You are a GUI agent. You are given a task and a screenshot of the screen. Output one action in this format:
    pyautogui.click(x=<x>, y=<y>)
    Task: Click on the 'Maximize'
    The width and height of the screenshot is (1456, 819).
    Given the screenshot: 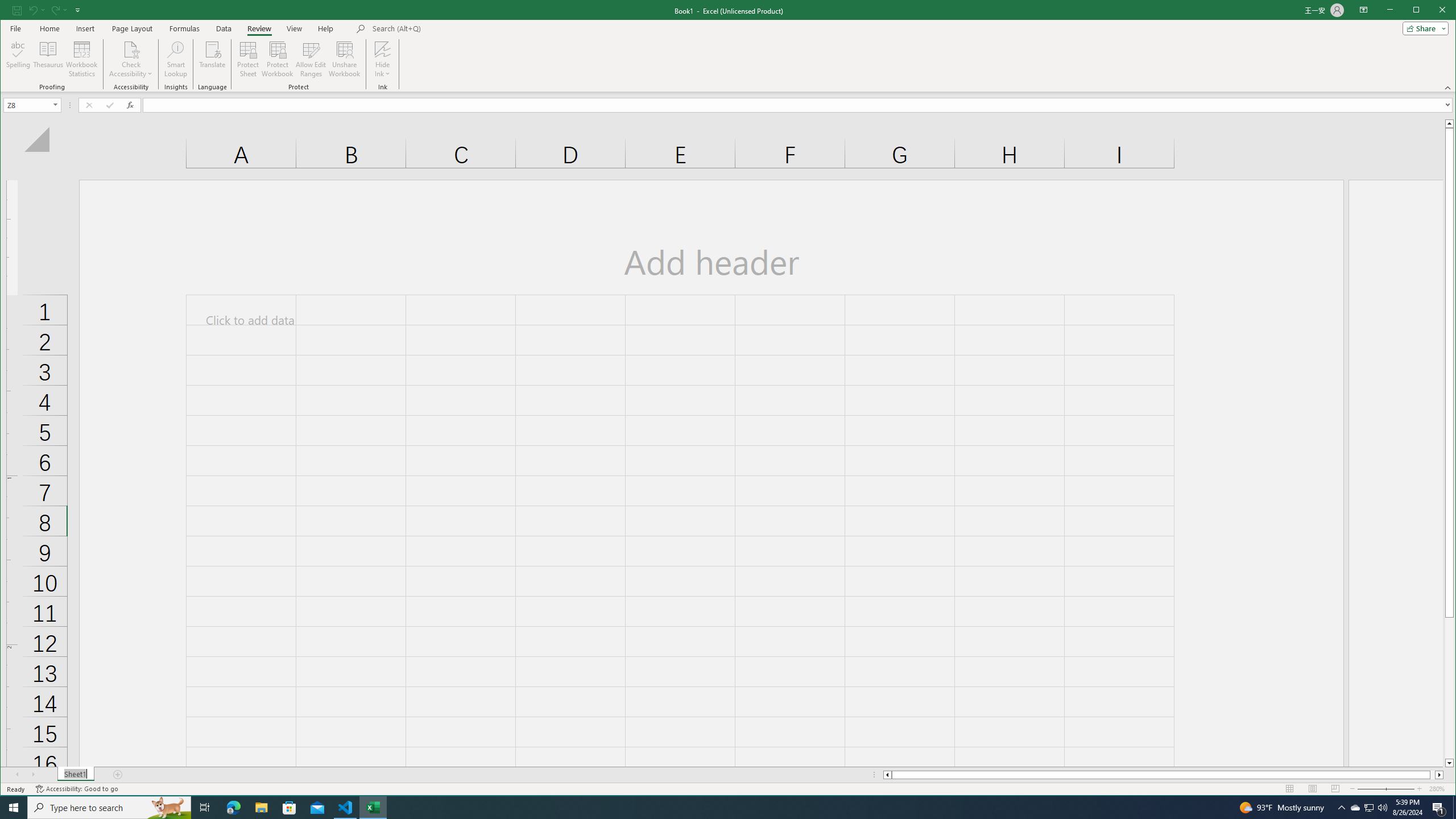 What is the action you would take?
    pyautogui.click(x=1433, y=11)
    